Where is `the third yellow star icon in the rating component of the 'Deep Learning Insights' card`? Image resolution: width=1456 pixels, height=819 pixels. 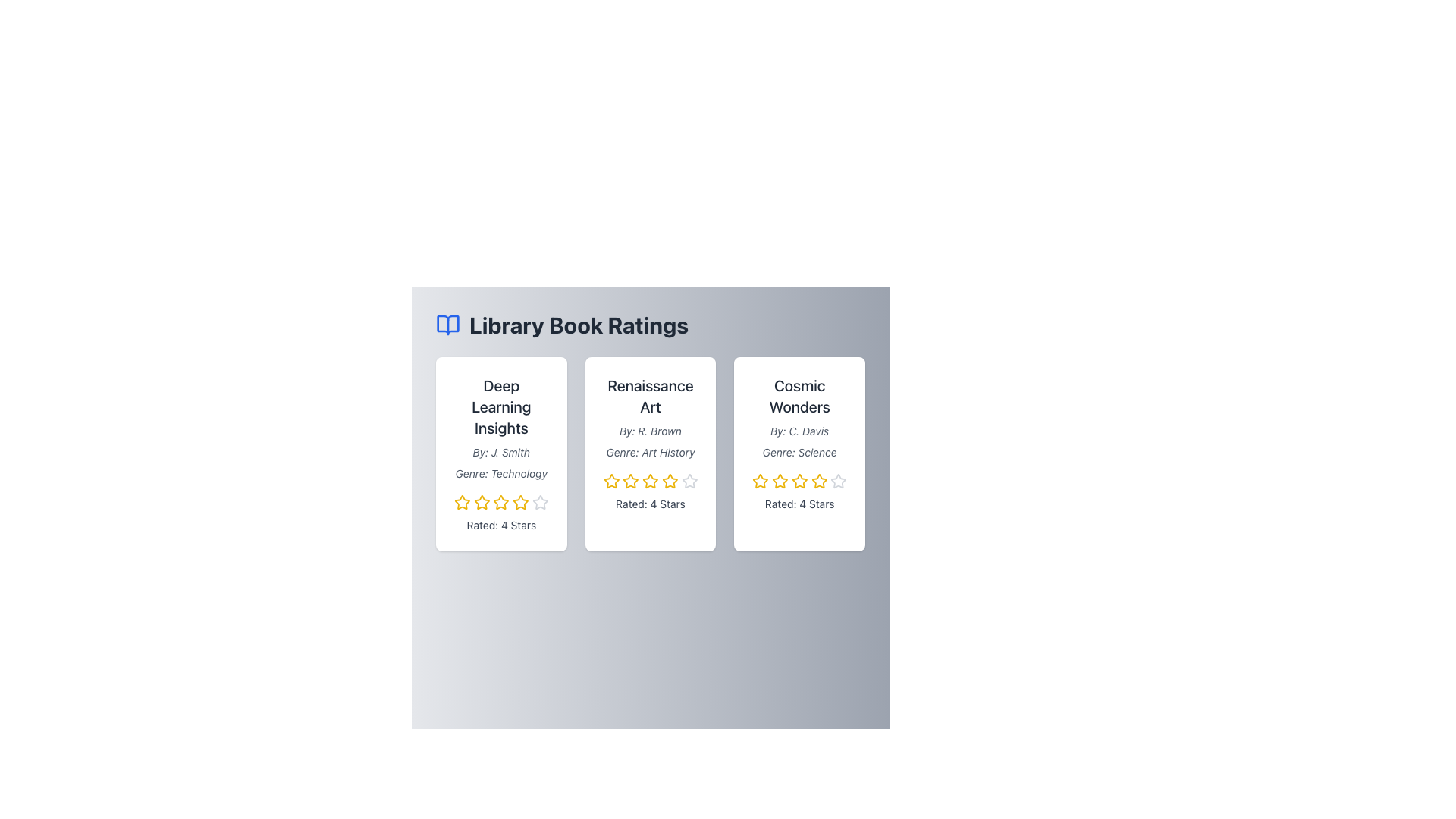
the third yellow star icon in the rating component of the 'Deep Learning Insights' card is located at coordinates (501, 503).